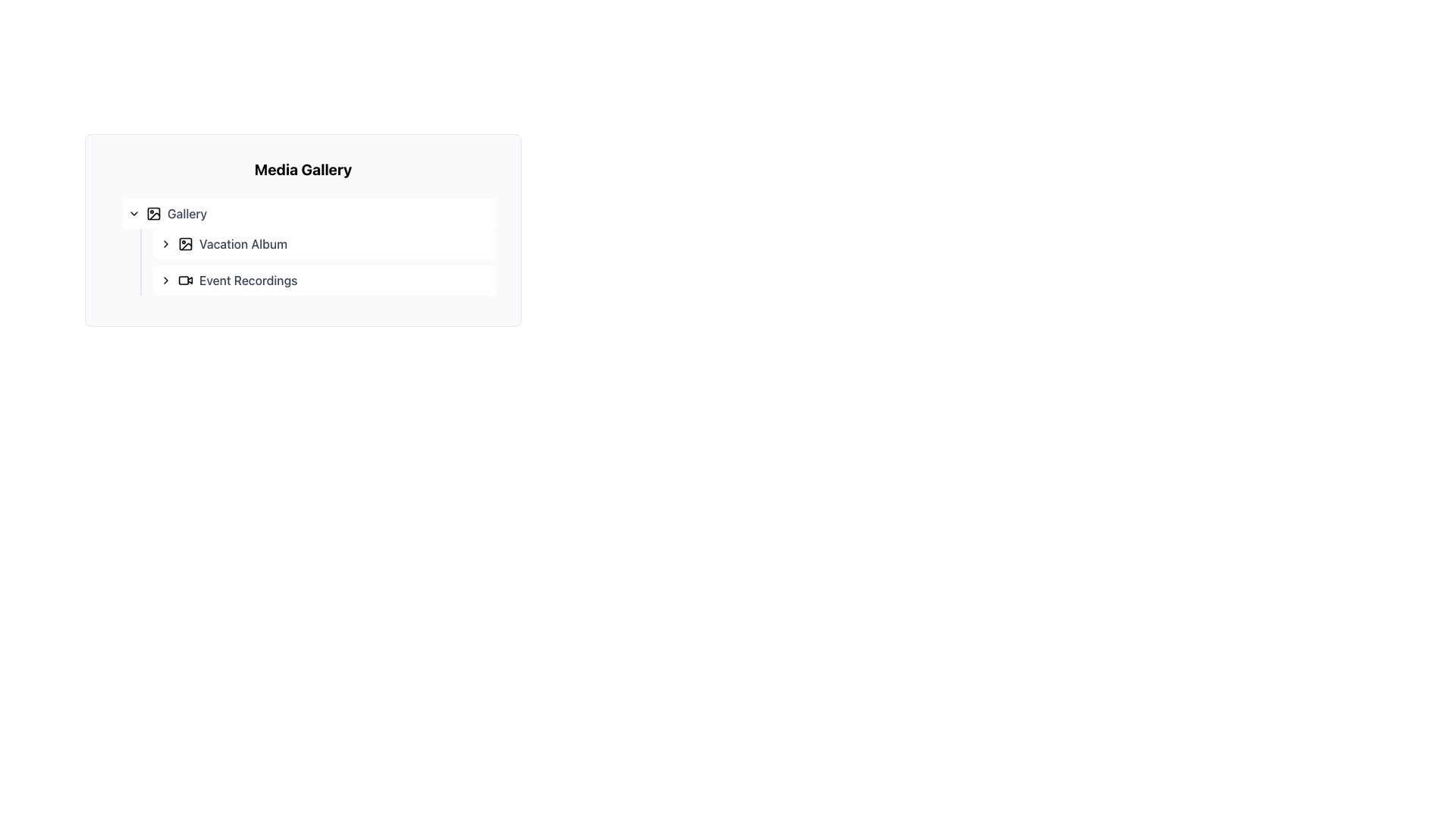  What do you see at coordinates (309, 213) in the screenshot?
I see `the first row clickable entry point of the 'Gallery' section under 'Media Gallery'` at bounding box center [309, 213].